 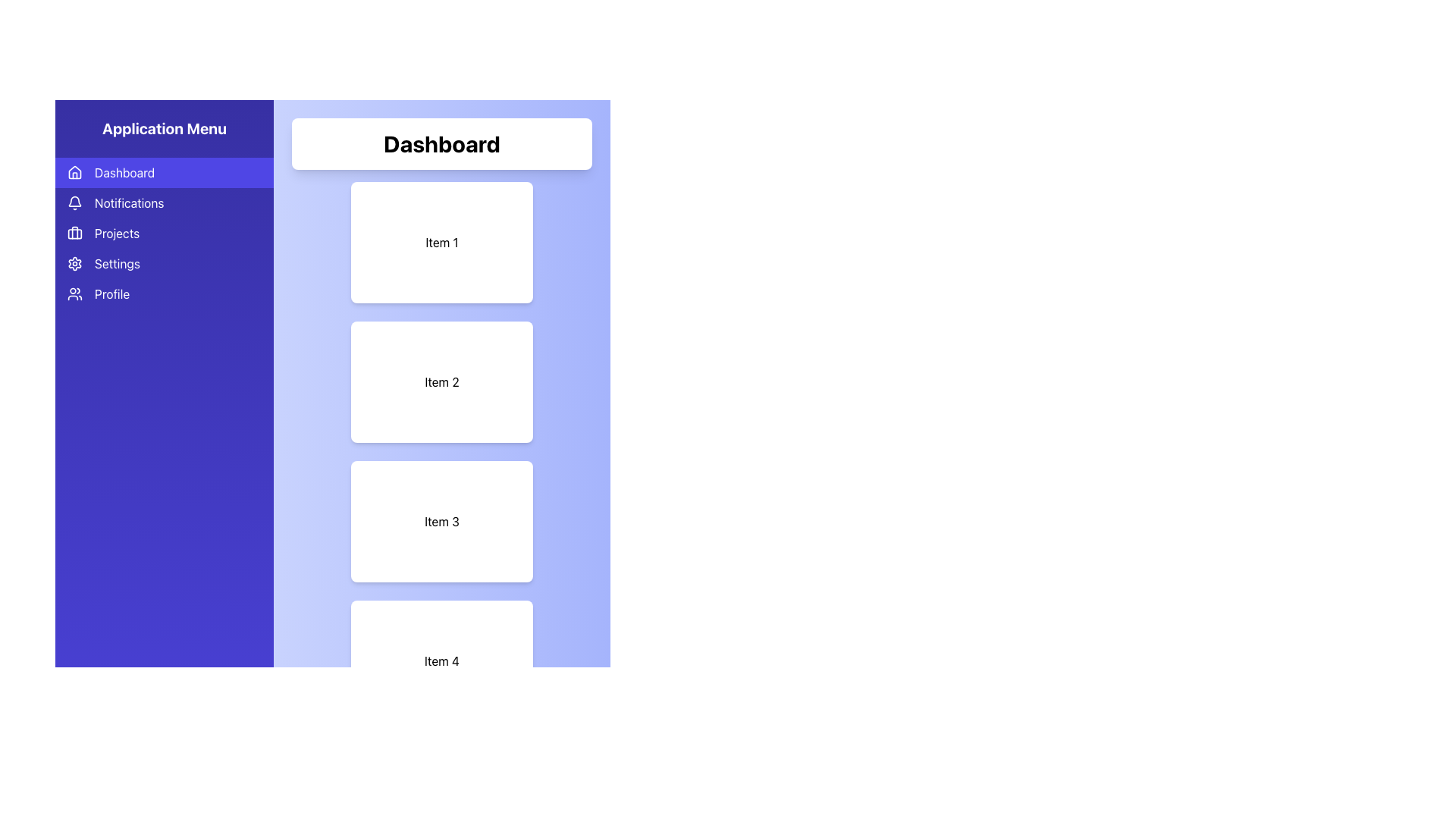 What do you see at coordinates (74, 200) in the screenshot?
I see `the vector graphic component of the notification icon located in the vertical navigation menu, which represents the bell's body in the design` at bounding box center [74, 200].